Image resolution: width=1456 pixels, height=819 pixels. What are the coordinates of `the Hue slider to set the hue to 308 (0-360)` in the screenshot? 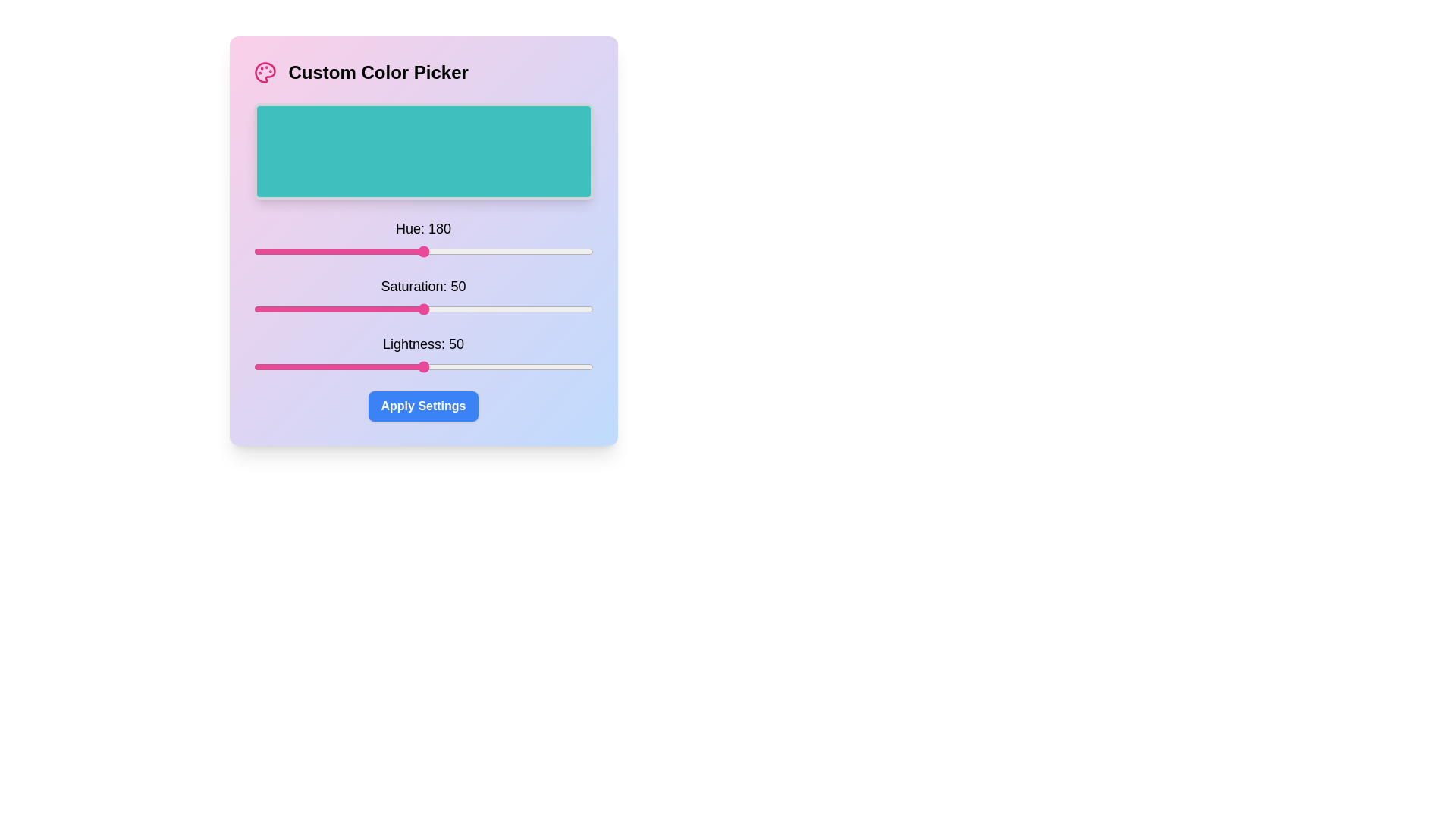 It's located at (544, 250).